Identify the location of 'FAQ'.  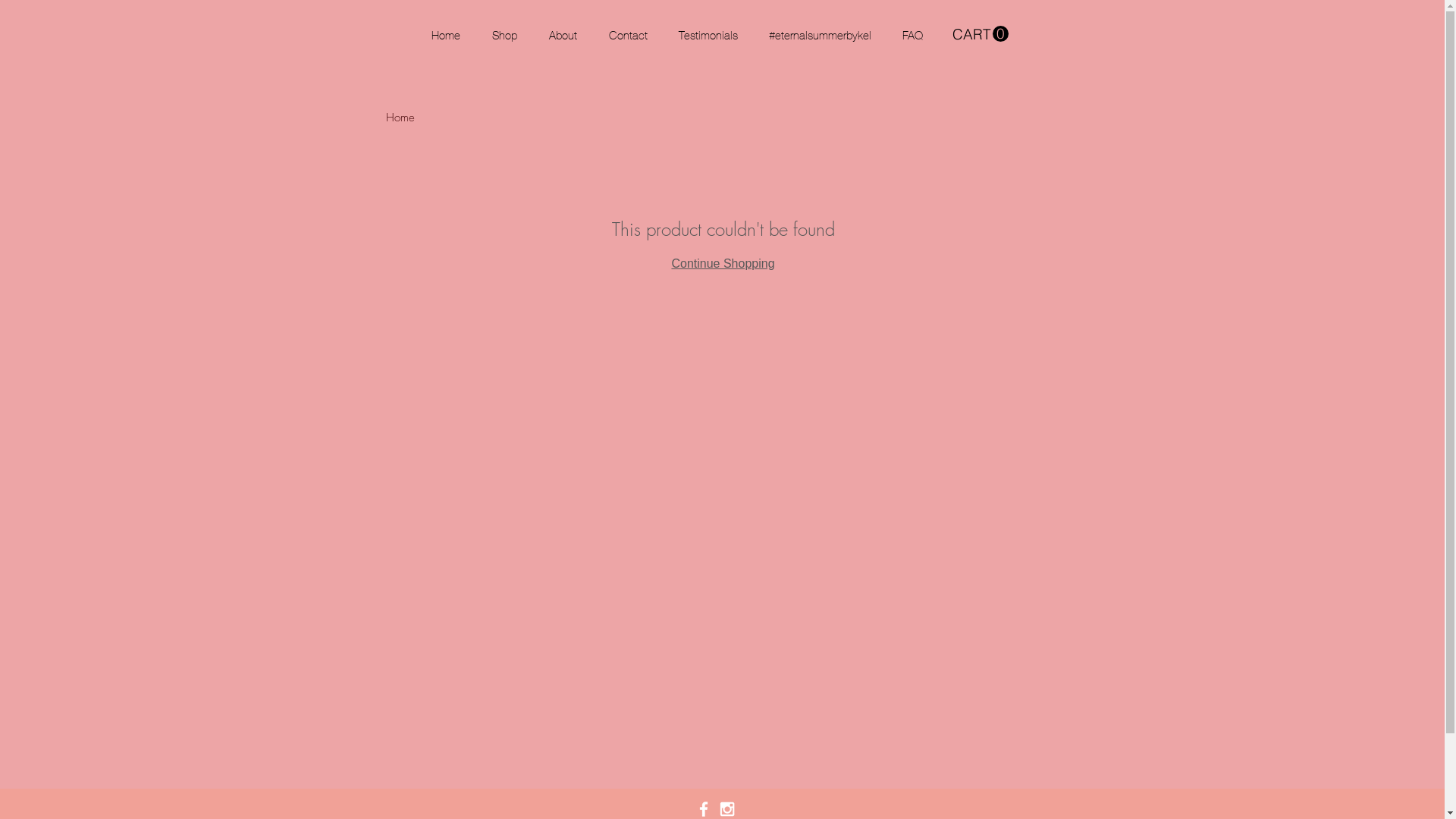
(926, 34).